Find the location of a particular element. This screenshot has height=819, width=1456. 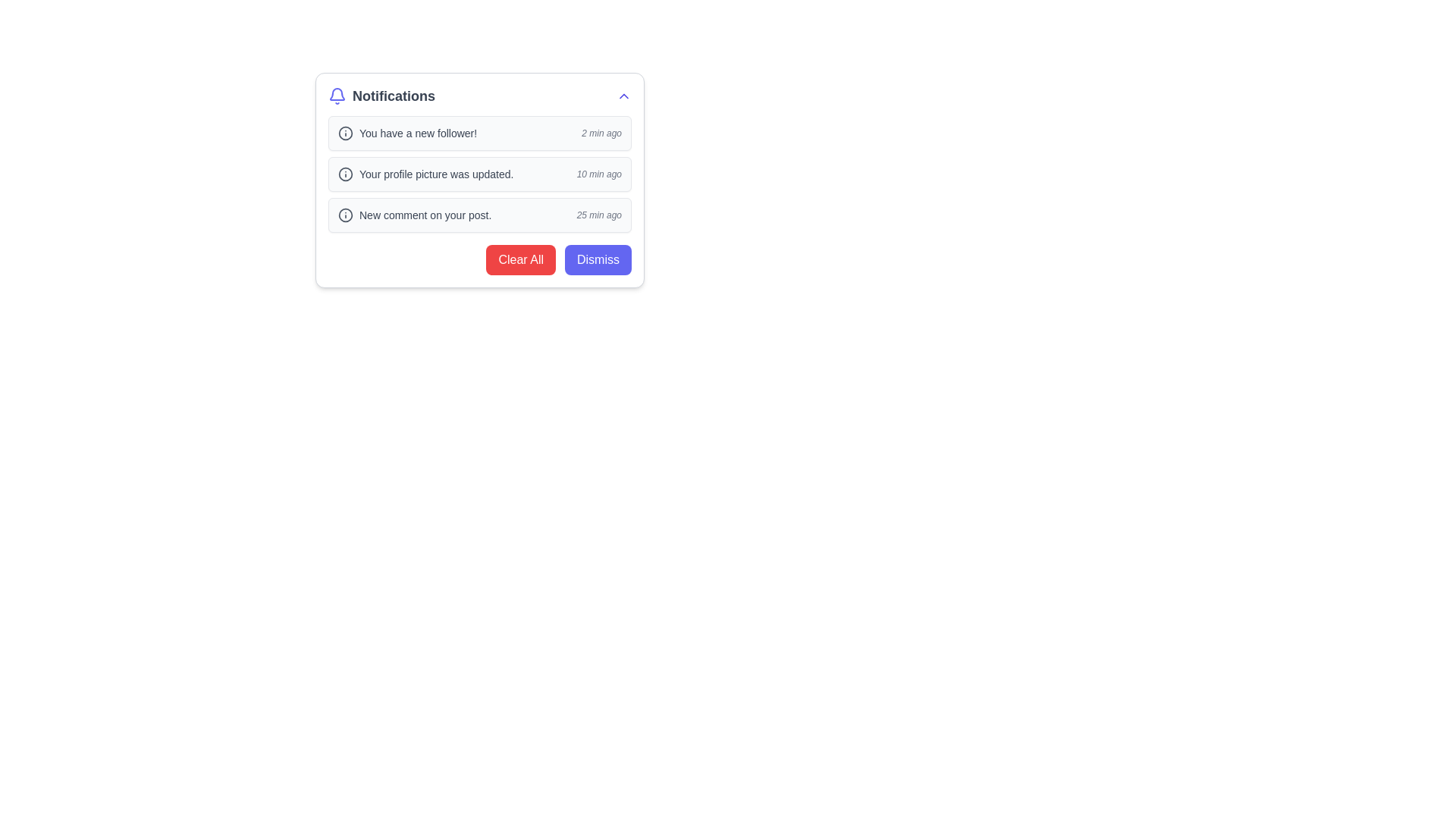

message displayed in the label that says 'You have a new follower!', which is styled in gray font and located next to an adjacent circular icon in the first notification entry is located at coordinates (407, 133).